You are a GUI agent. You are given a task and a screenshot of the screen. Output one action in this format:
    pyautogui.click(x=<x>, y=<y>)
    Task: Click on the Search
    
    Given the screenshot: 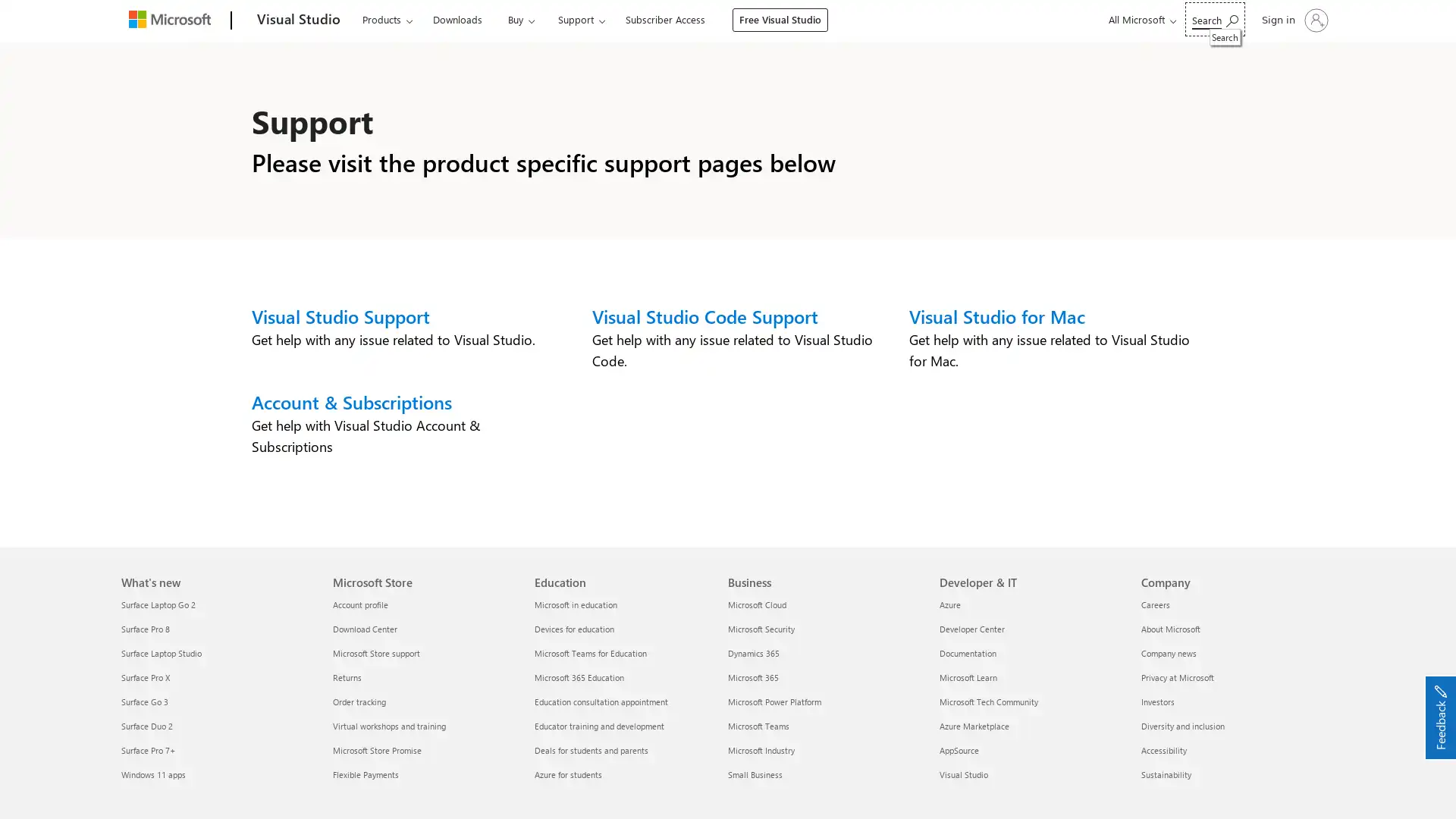 What is the action you would take?
    pyautogui.click(x=1215, y=19)
    